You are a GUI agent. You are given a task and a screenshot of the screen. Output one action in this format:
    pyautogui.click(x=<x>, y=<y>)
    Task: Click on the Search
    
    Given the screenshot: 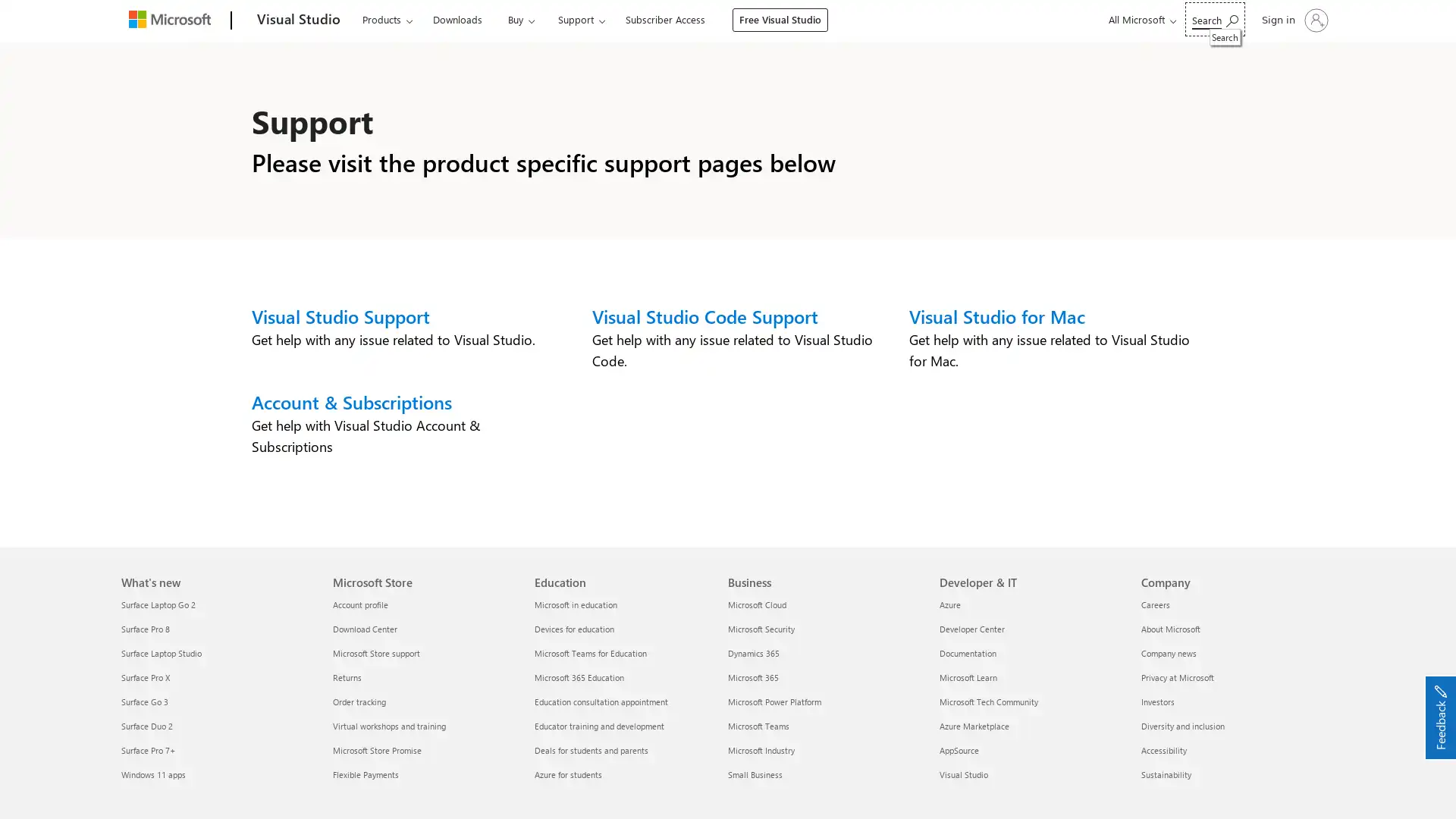 What is the action you would take?
    pyautogui.click(x=1215, y=19)
    